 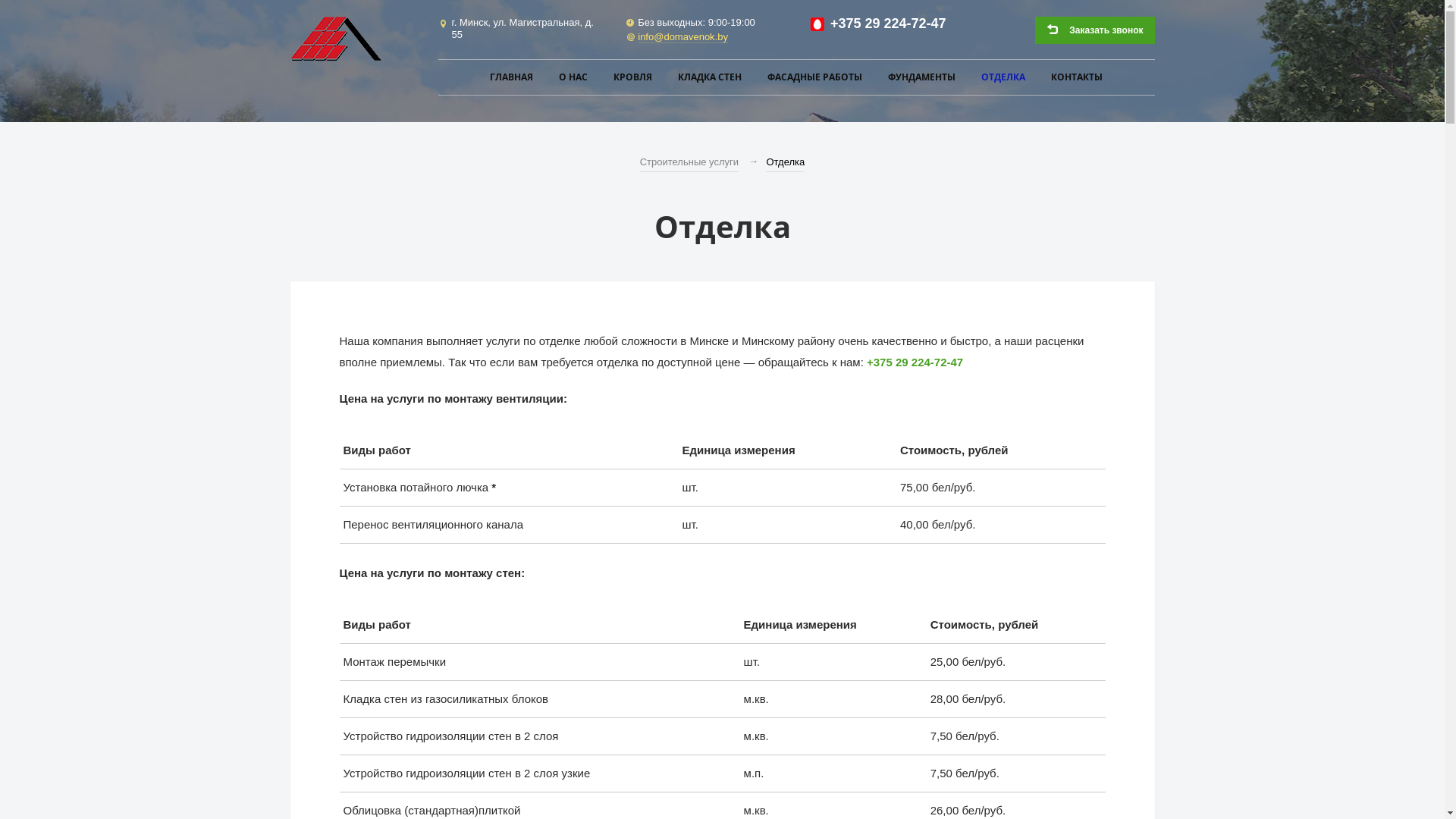 I want to click on 'info@domavenok.by', so click(x=682, y=36).